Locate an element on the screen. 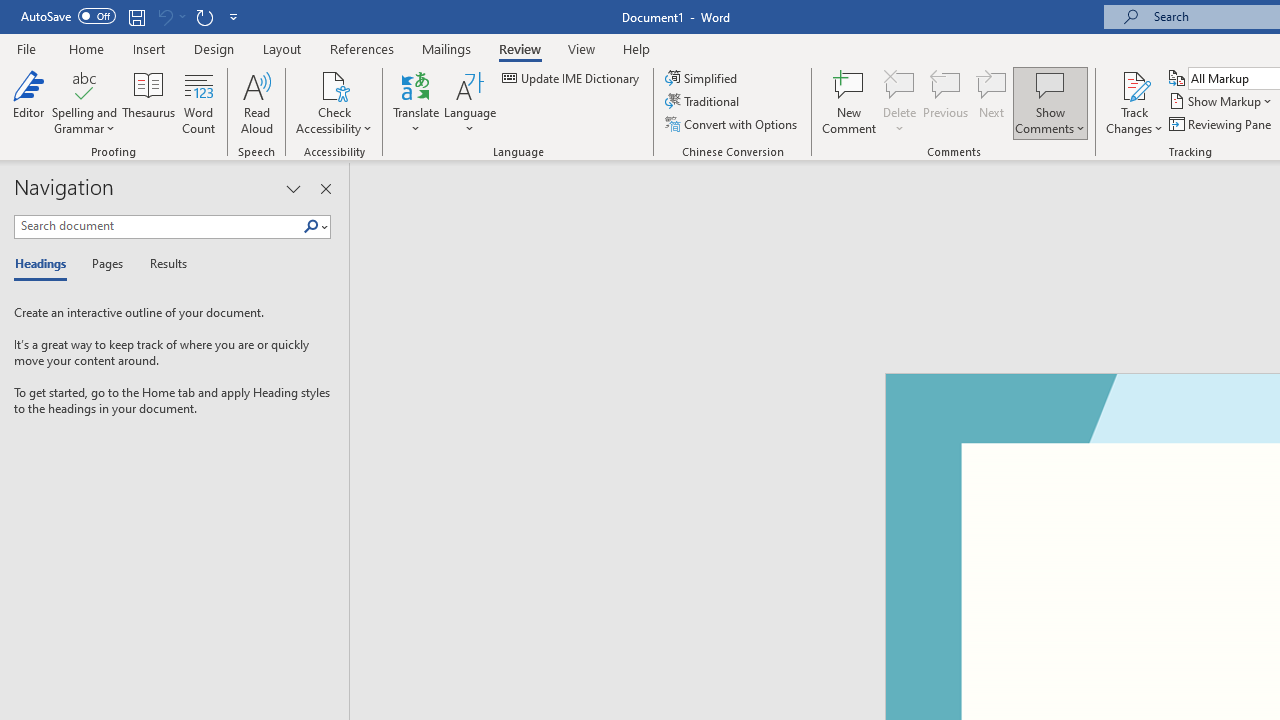 The width and height of the screenshot is (1280, 720). 'Show Markup' is located at coordinates (1221, 101).